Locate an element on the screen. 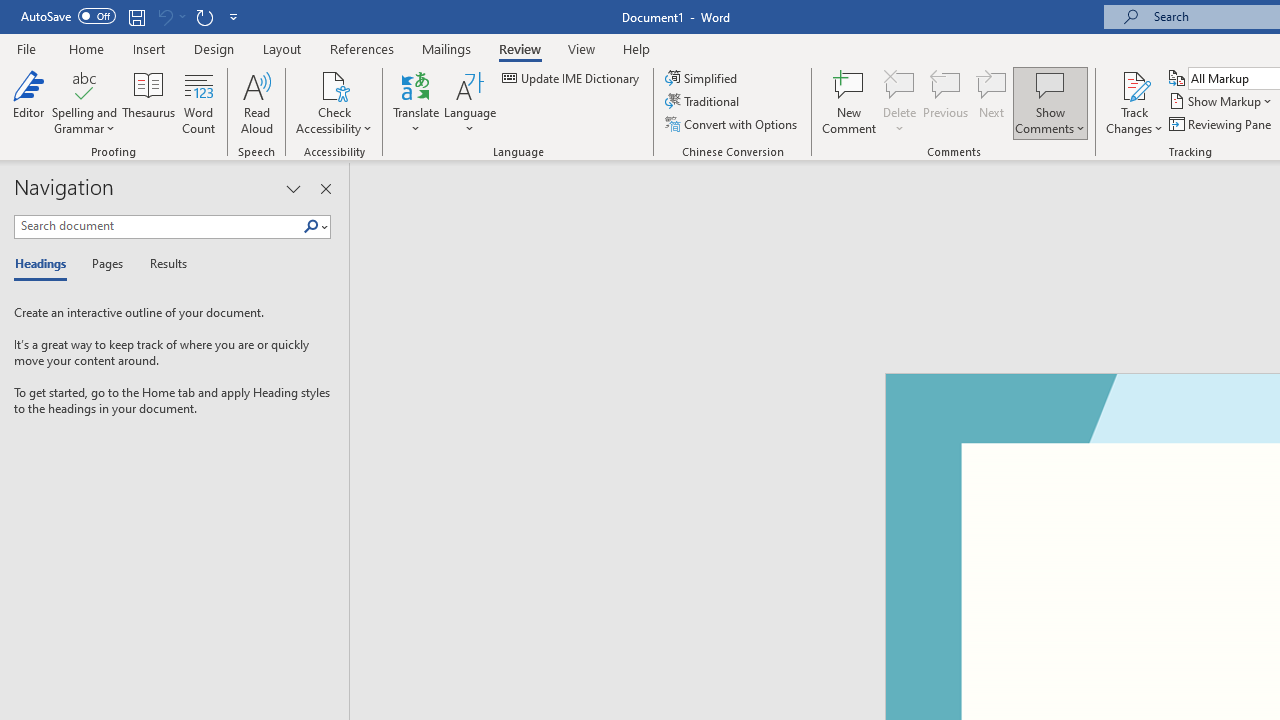 The width and height of the screenshot is (1280, 720). 'Show Markup' is located at coordinates (1221, 101).